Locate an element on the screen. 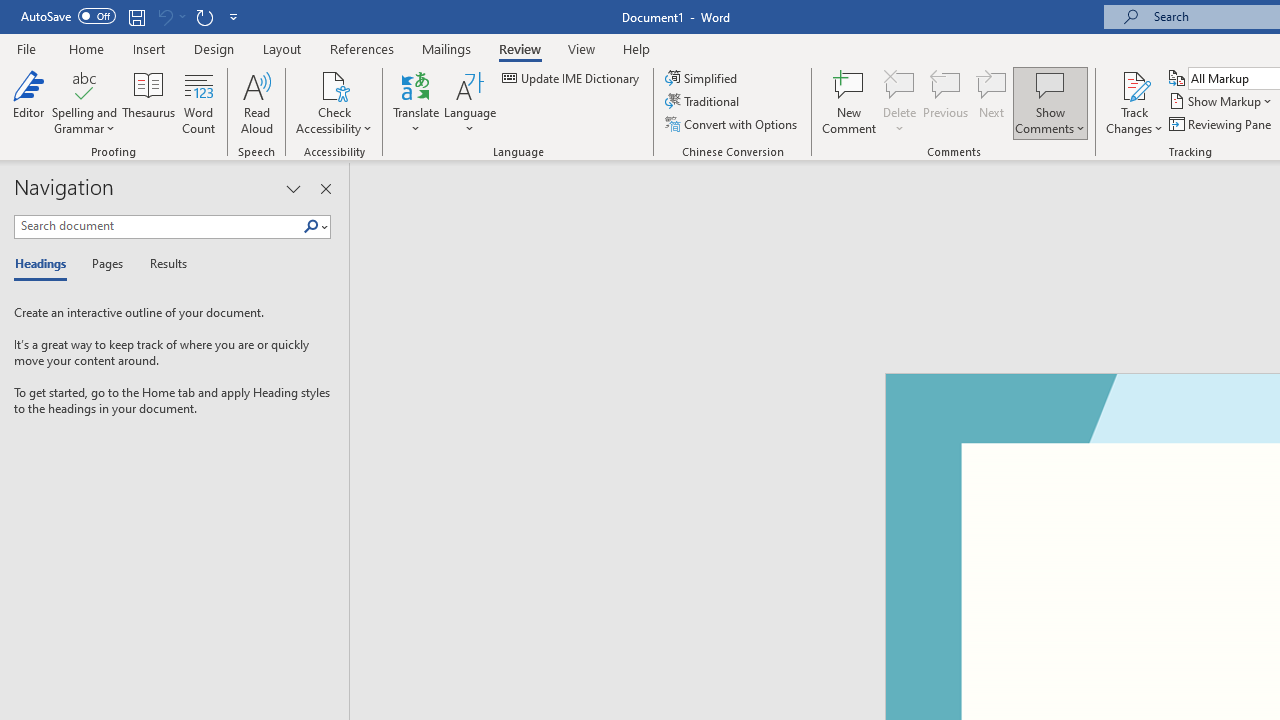 The width and height of the screenshot is (1280, 720). 'Show Markup' is located at coordinates (1221, 101).